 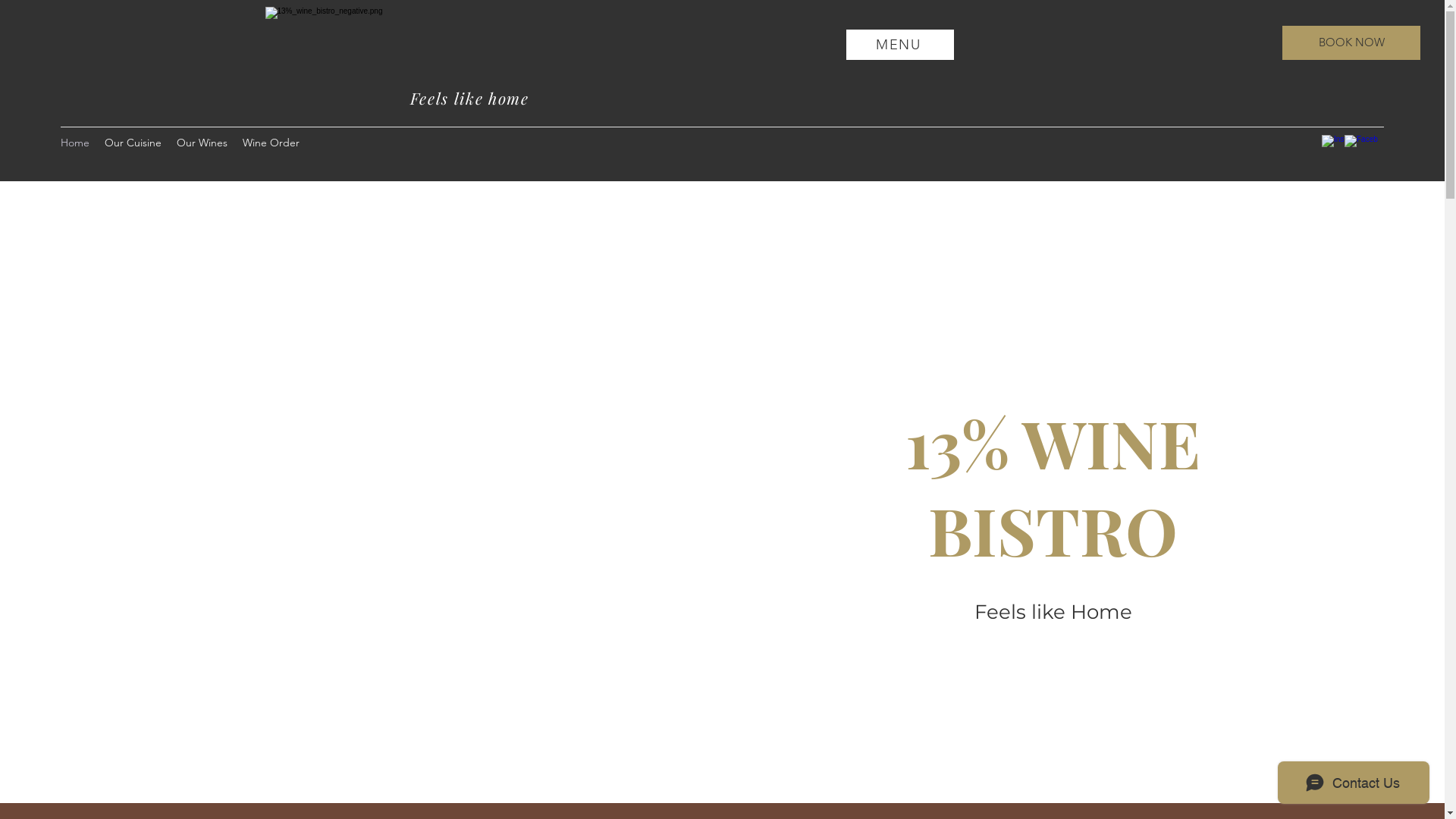 What do you see at coordinates (271, 143) in the screenshot?
I see `'Wine Order'` at bounding box center [271, 143].